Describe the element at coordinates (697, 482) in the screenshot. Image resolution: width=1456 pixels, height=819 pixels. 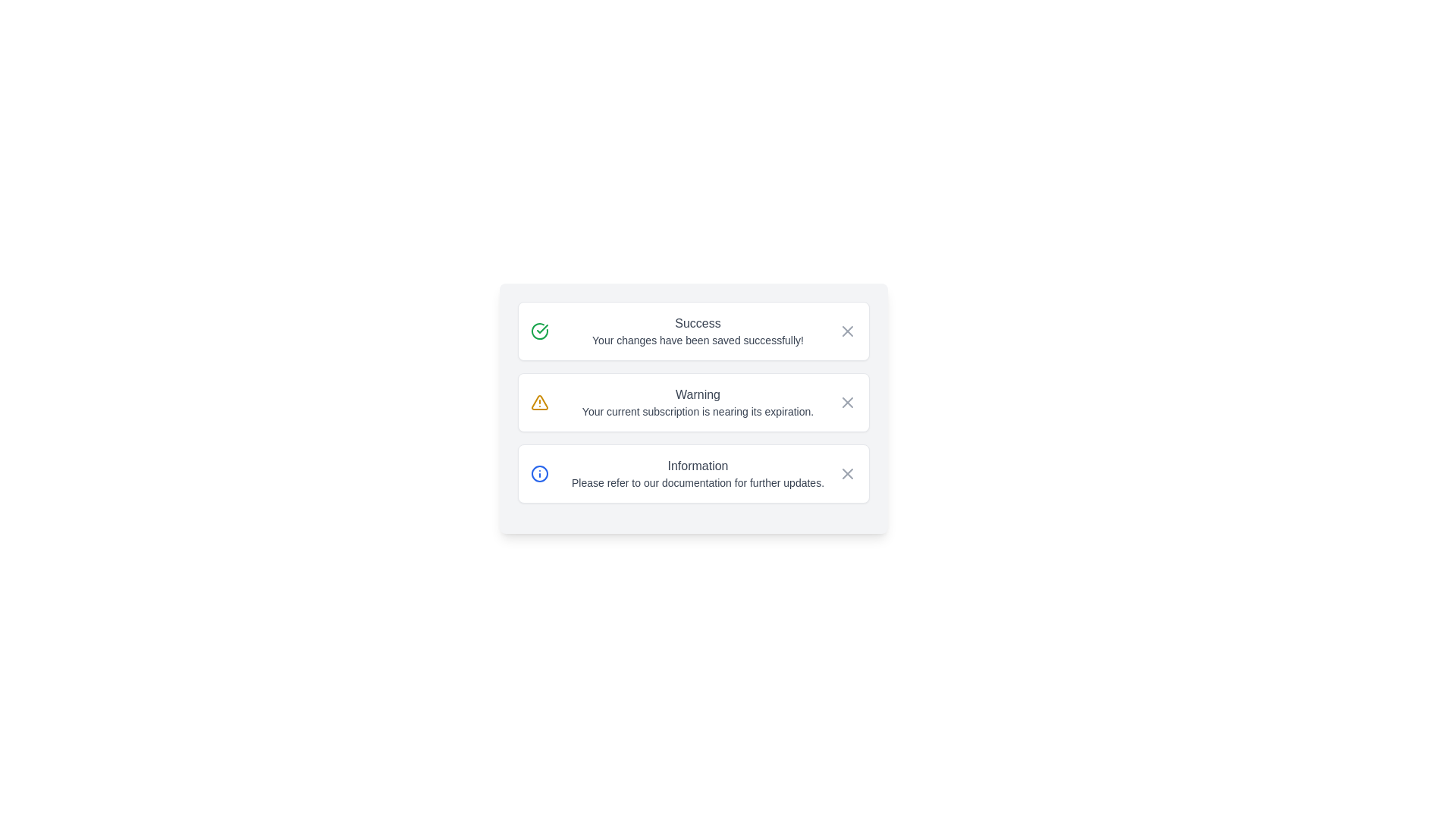
I see `the text label reading 'Please refer to our documentation for further updates.' which is located within the informational card below the 'Information' heading` at that location.